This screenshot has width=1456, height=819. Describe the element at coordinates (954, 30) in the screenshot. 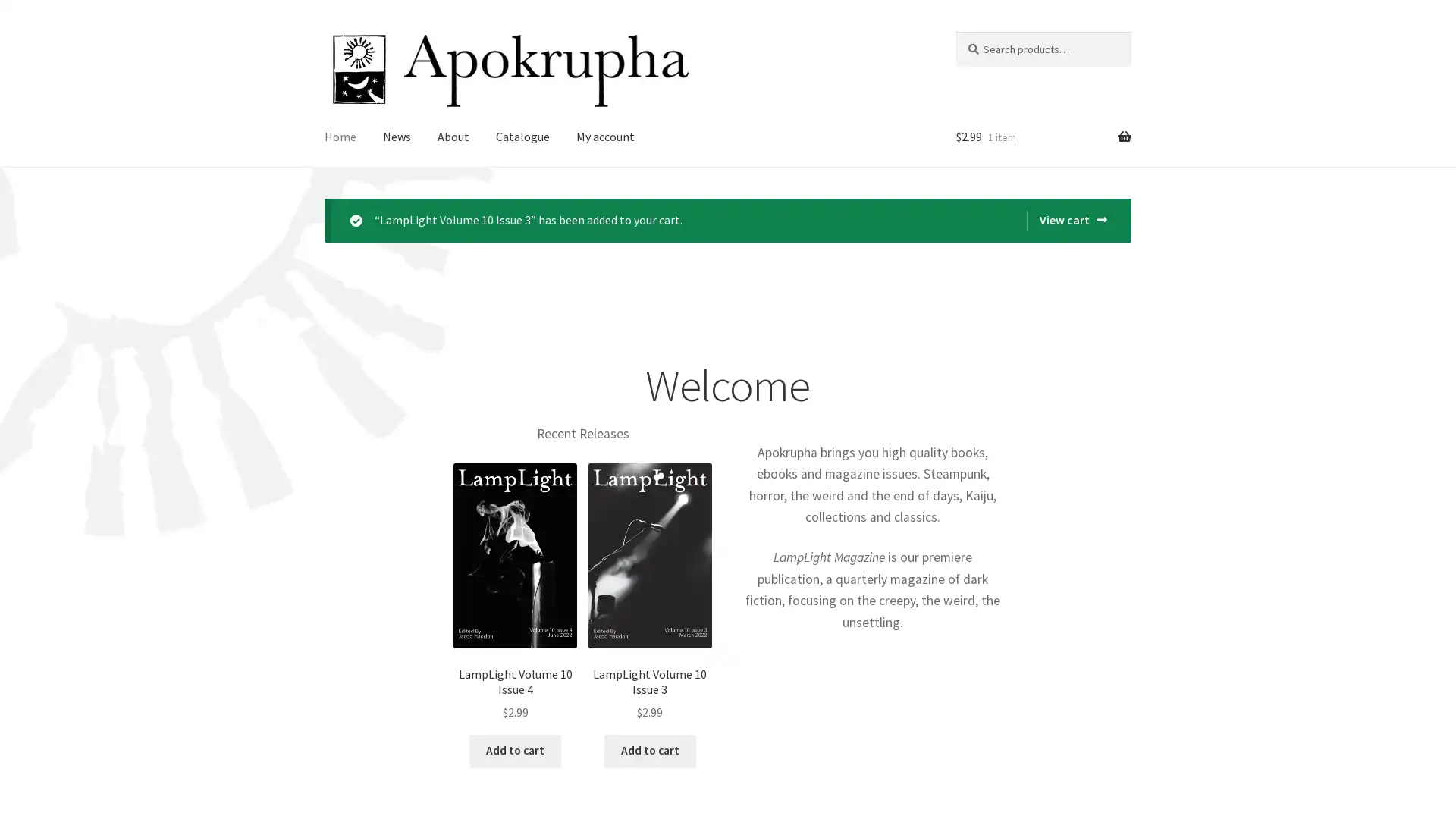

I see `Search` at that location.